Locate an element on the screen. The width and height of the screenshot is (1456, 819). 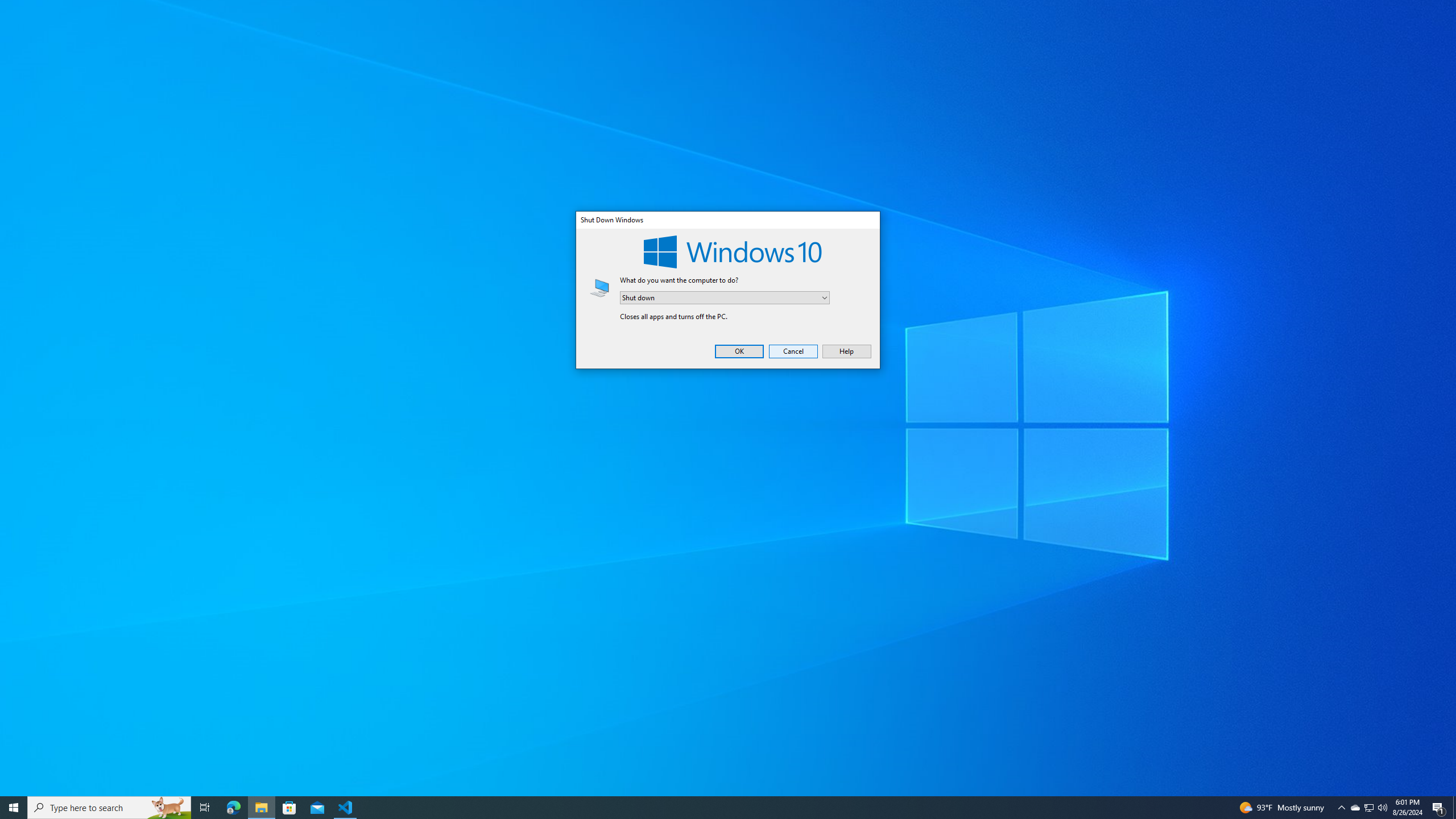
'Running applications' is located at coordinates (717, 806).